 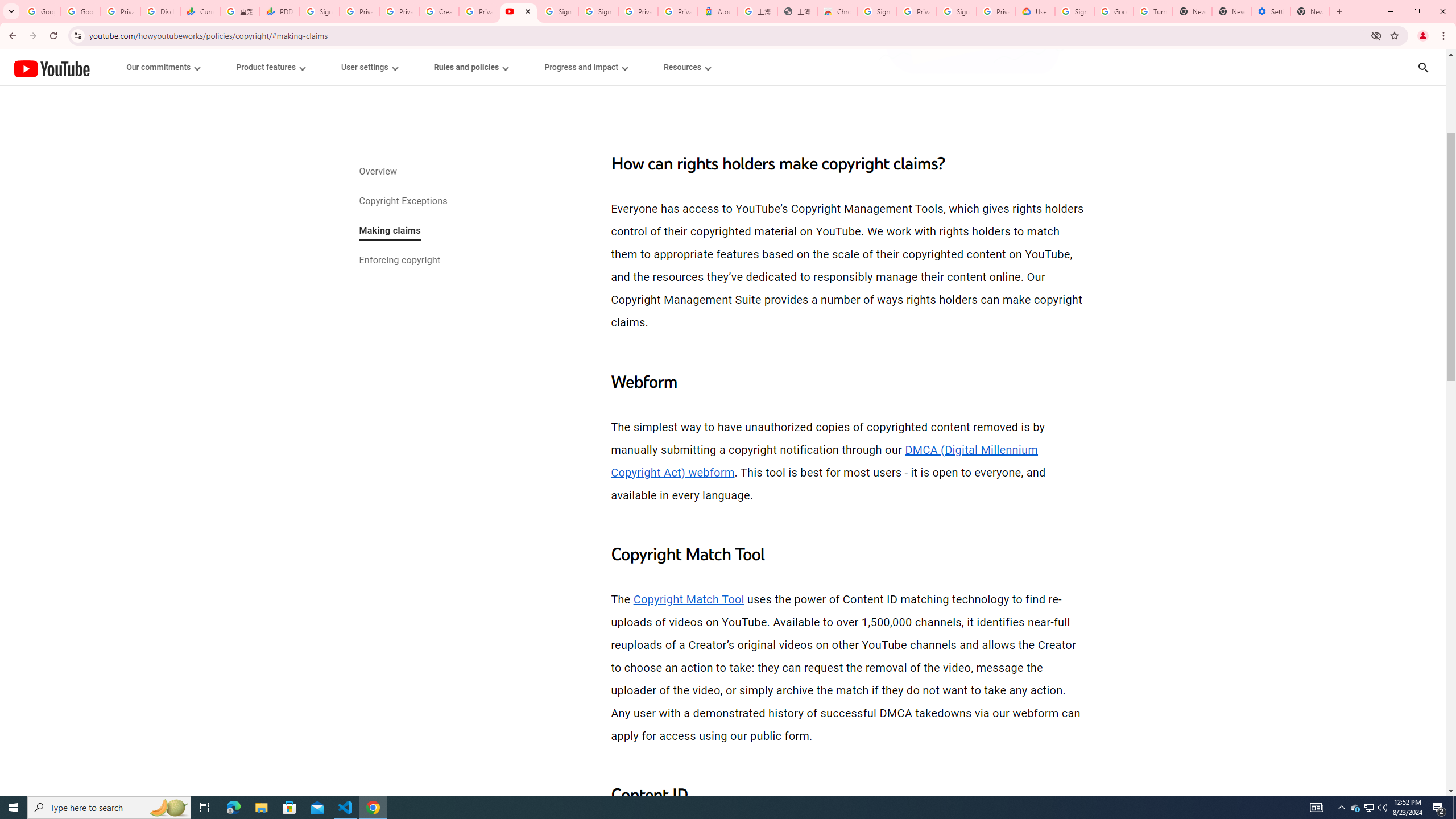 What do you see at coordinates (6, 5) in the screenshot?
I see `'System'` at bounding box center [6, 5].